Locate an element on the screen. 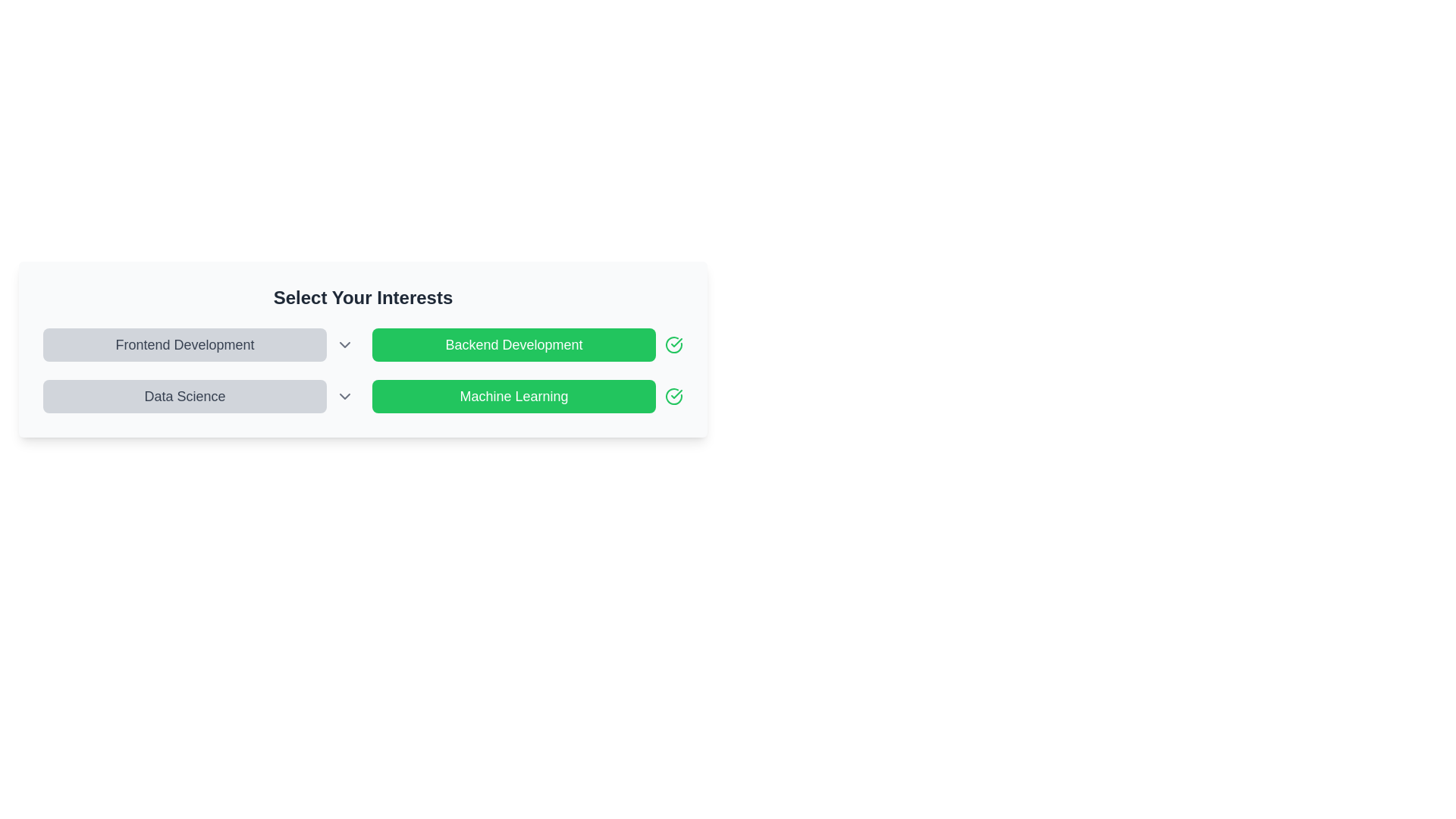 This screenshot has height=819, width=1456. the 'Data Science' button to toggle its activation state is located at coordinates (184, 396).